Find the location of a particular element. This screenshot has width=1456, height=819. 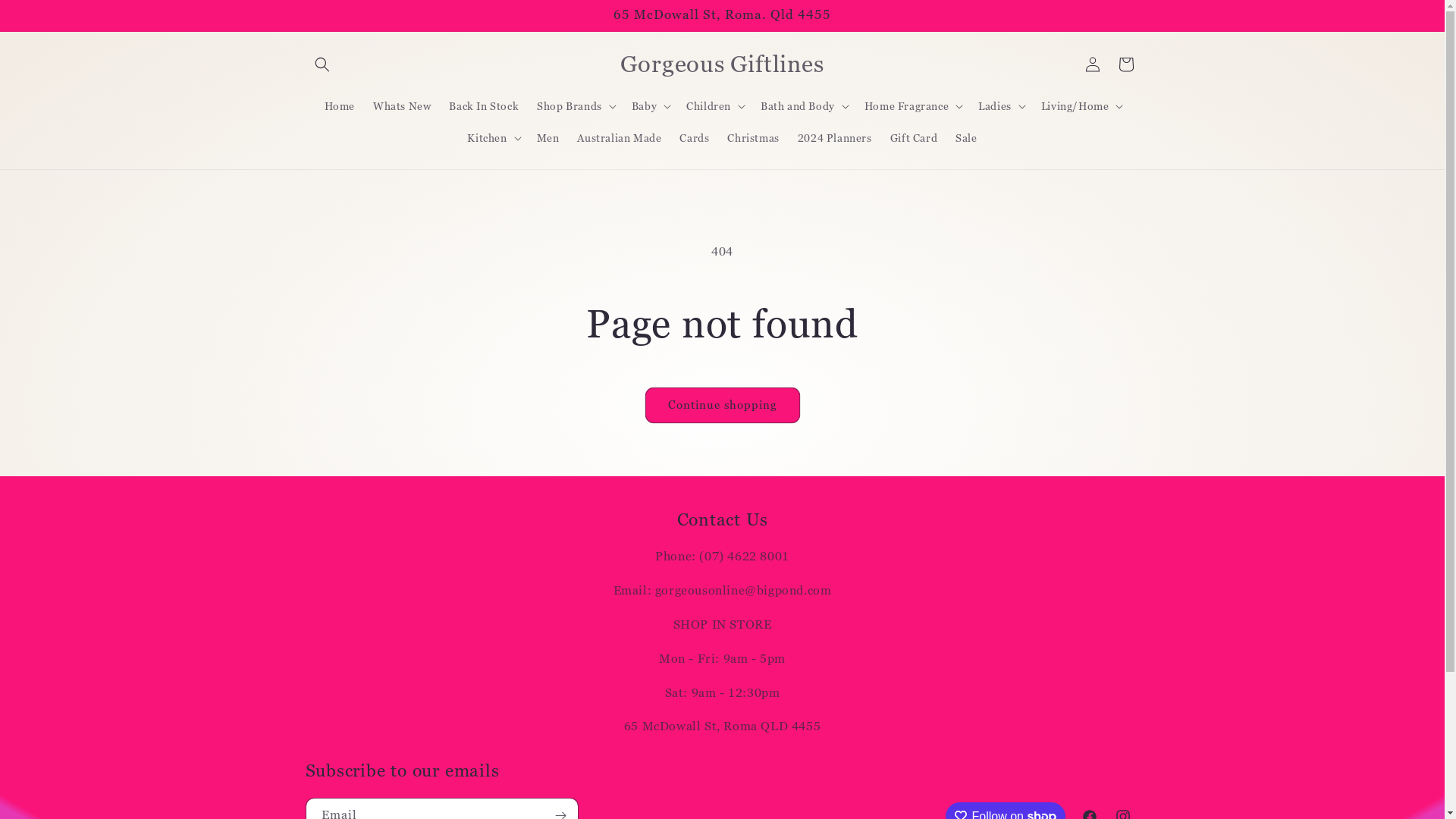

'Cards' is located at coordinates (693, 137).